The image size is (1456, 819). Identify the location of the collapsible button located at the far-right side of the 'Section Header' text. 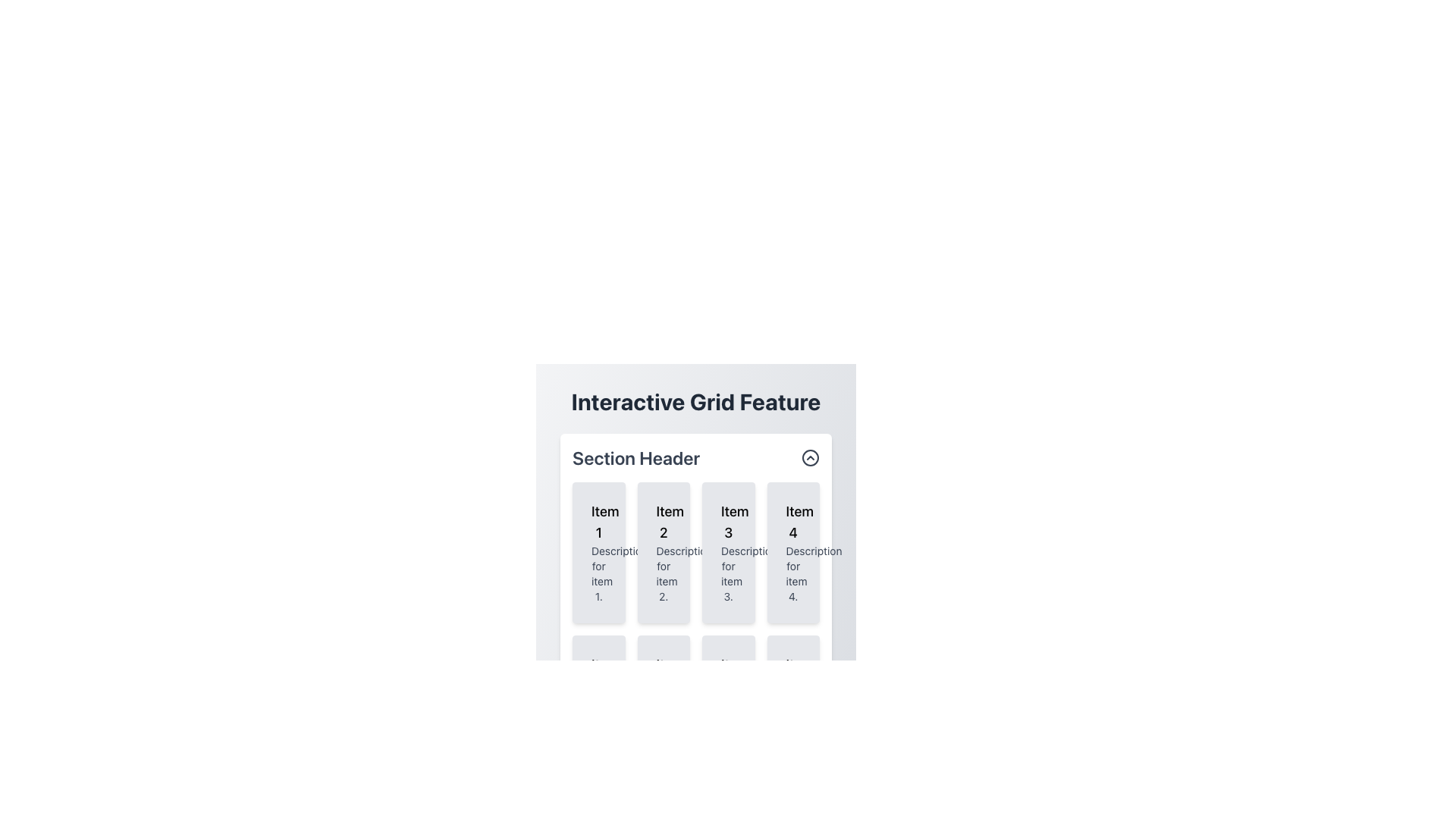
(810, 457).